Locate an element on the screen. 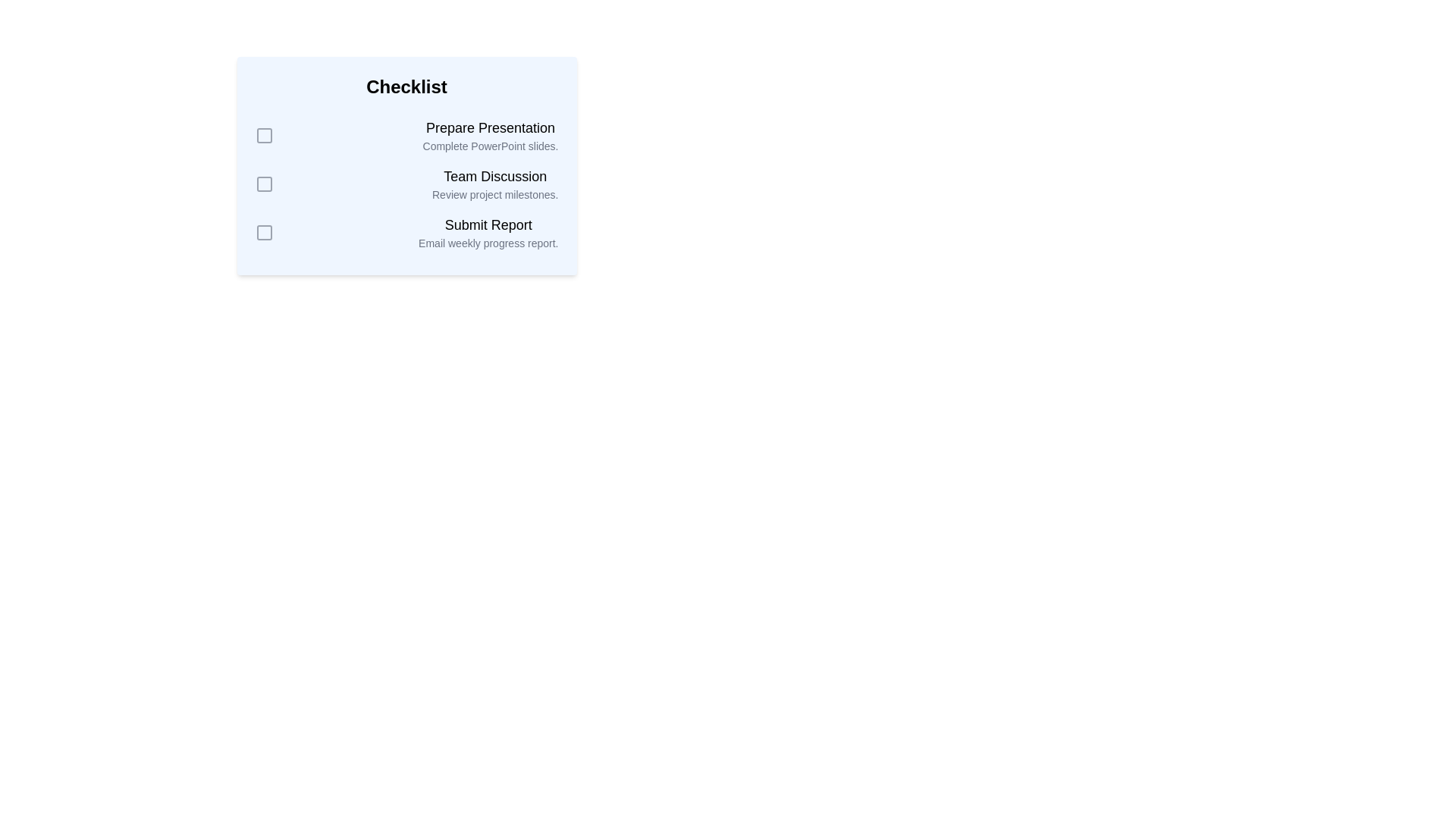  the checklist header is located at coordinates (406, 87).